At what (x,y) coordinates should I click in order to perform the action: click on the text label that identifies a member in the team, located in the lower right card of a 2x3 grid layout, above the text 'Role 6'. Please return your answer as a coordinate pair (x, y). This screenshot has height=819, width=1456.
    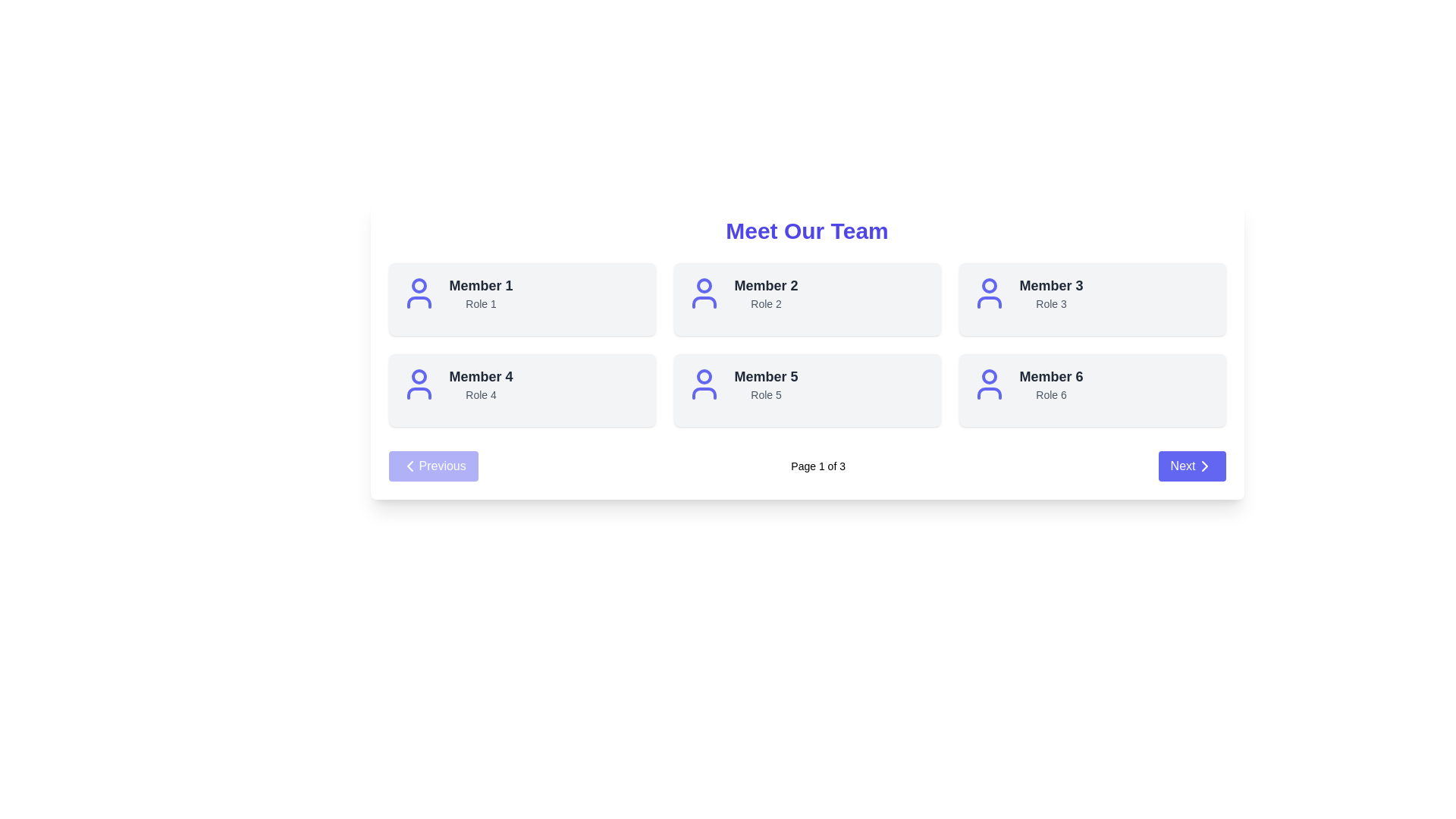
    Looking at the image, I should click on (1050, 376).